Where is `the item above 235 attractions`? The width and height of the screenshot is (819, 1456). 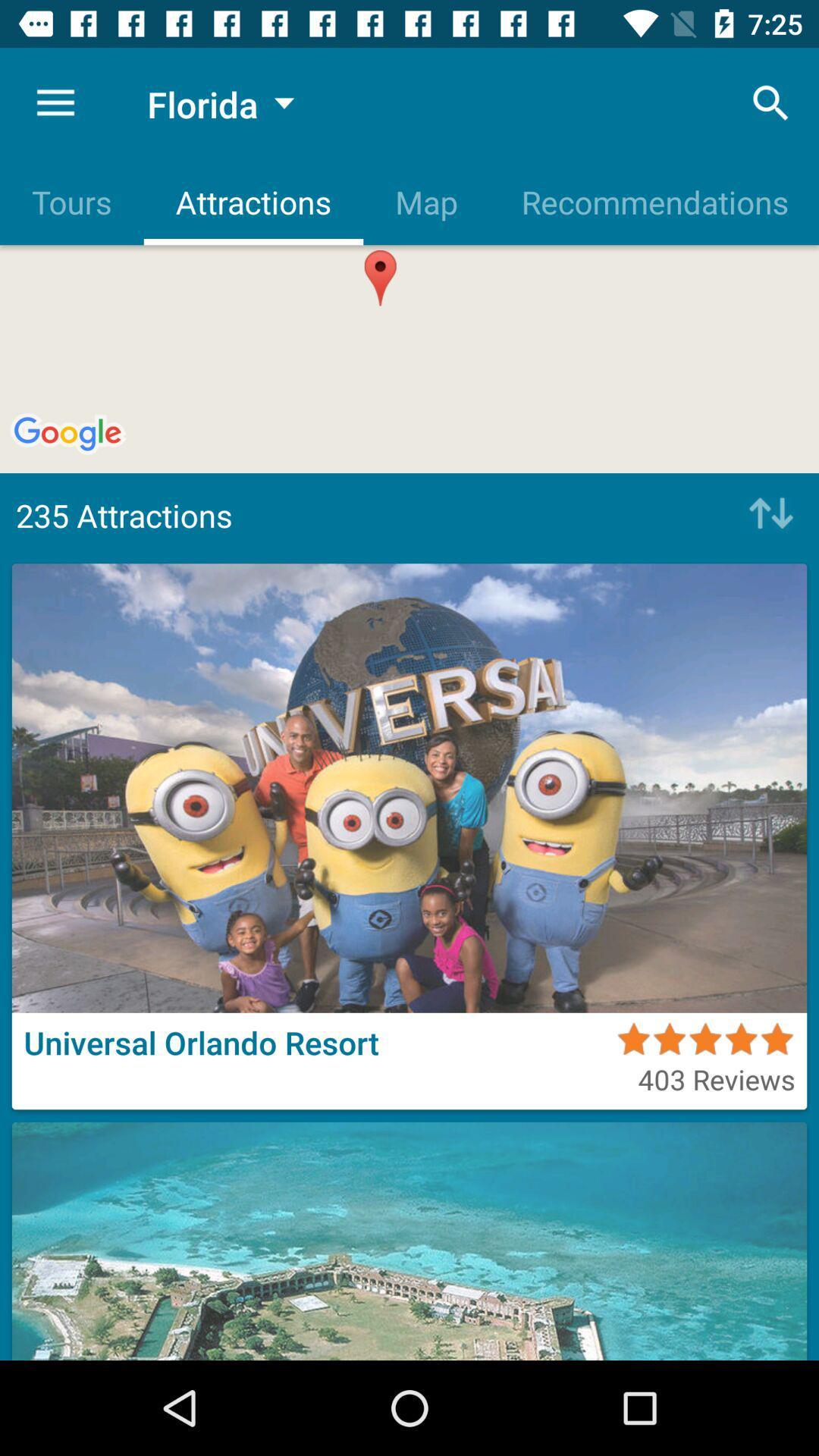 the item above 235 attractions is located at coordinates (653, 201).